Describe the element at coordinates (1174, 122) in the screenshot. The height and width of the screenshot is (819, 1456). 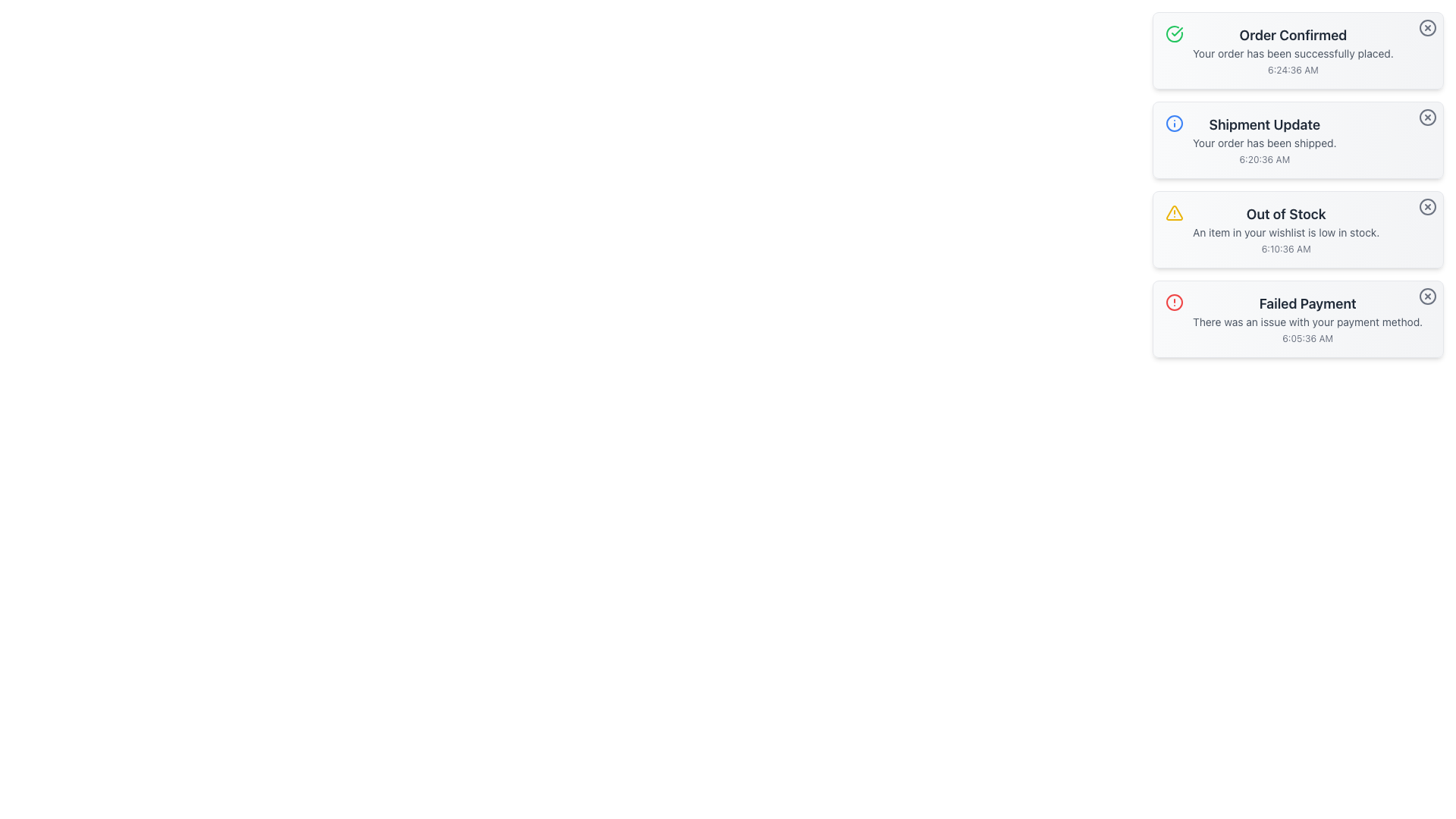
I see `the decorative SVG circle element that enhances the 'Shipment Update' notification icon` at that location.